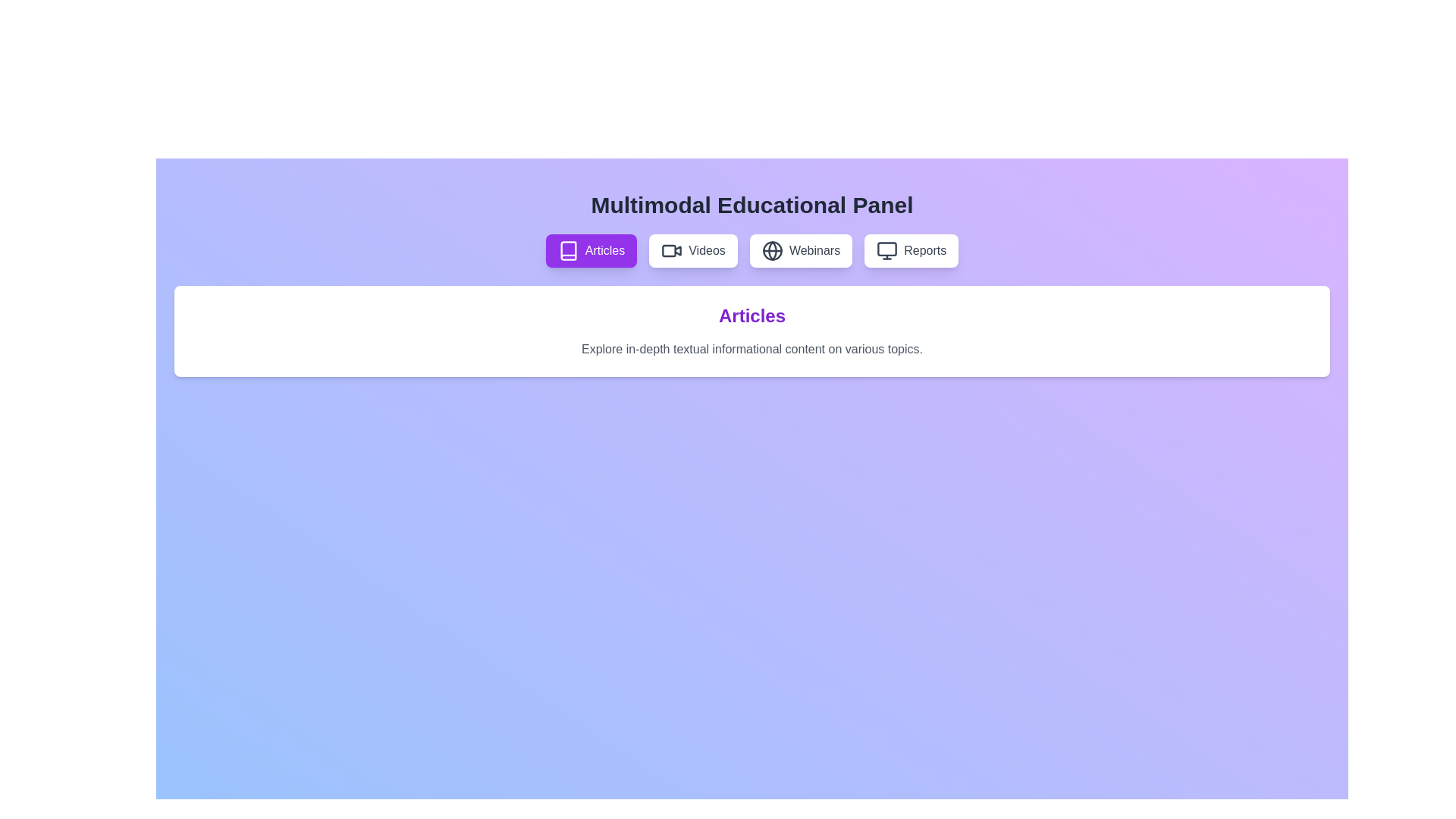 The image size is (1456, 819). Describe the element at coordinates (671, 250) in the screenshot. I see `the 'Videos' icon` at that location.